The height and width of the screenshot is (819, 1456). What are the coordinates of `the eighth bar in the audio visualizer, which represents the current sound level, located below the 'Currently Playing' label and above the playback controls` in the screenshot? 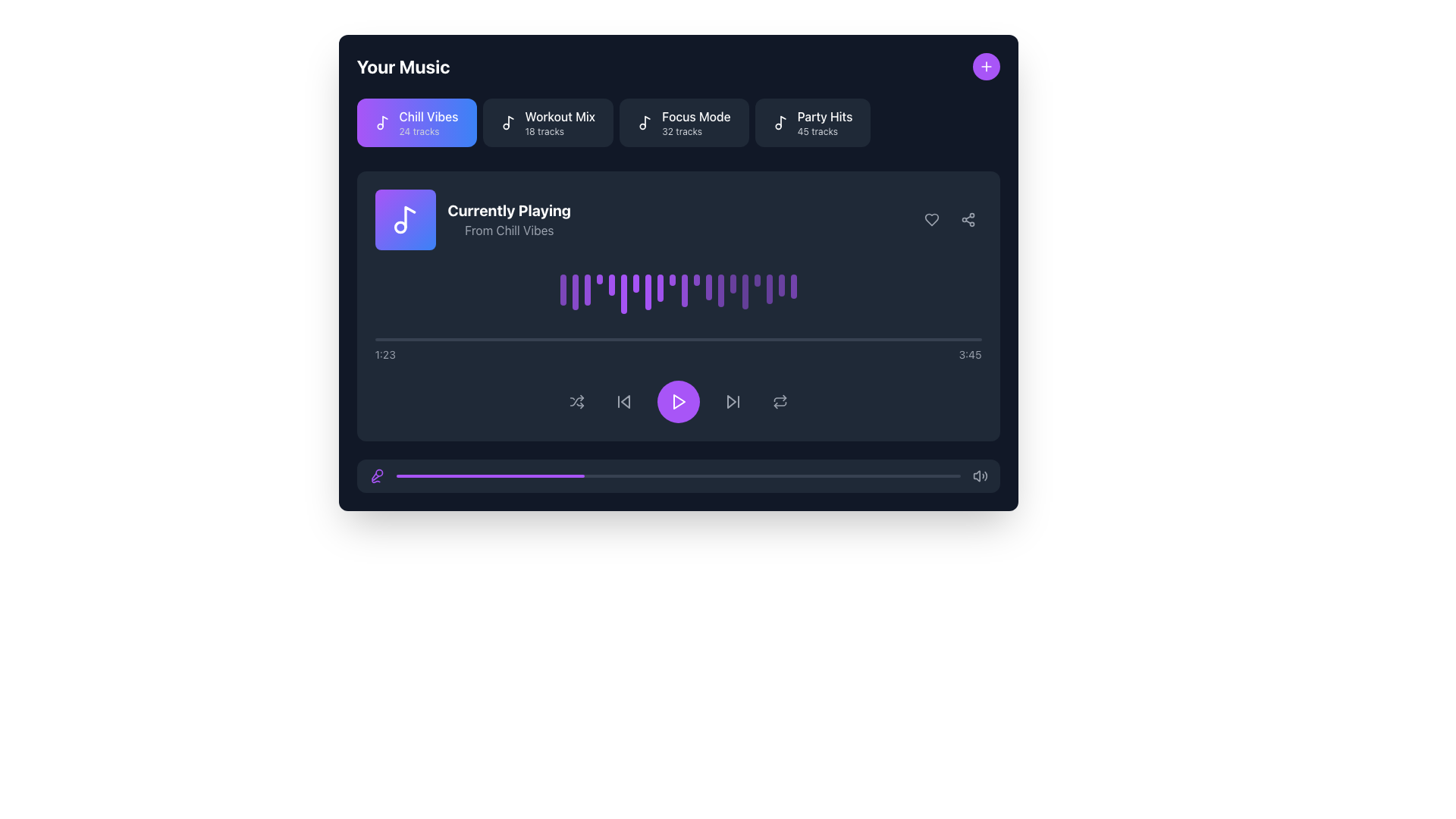 It's located at (648, 292).